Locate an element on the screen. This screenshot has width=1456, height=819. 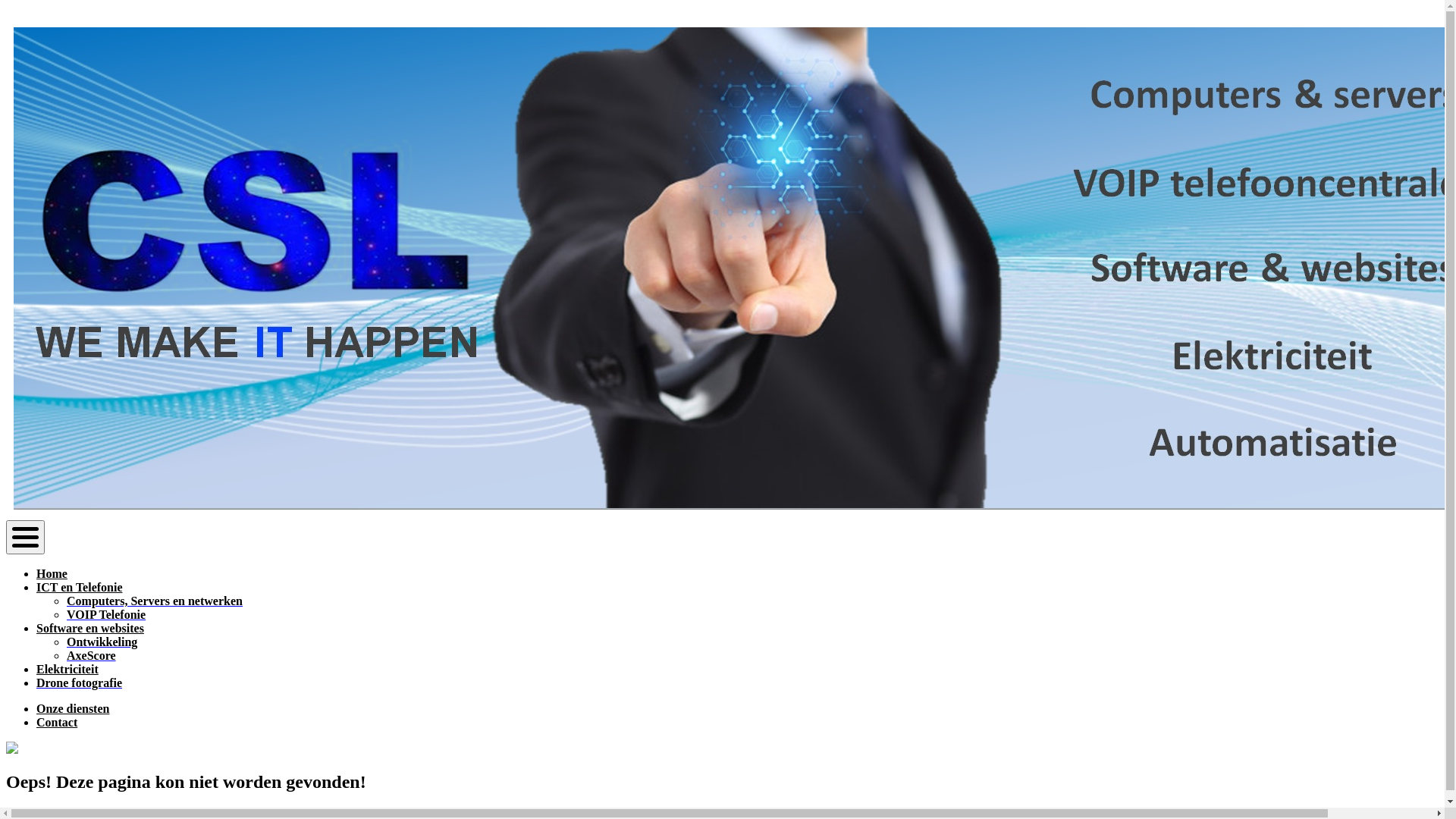
'Contact' is located at coordinates (57, 721).